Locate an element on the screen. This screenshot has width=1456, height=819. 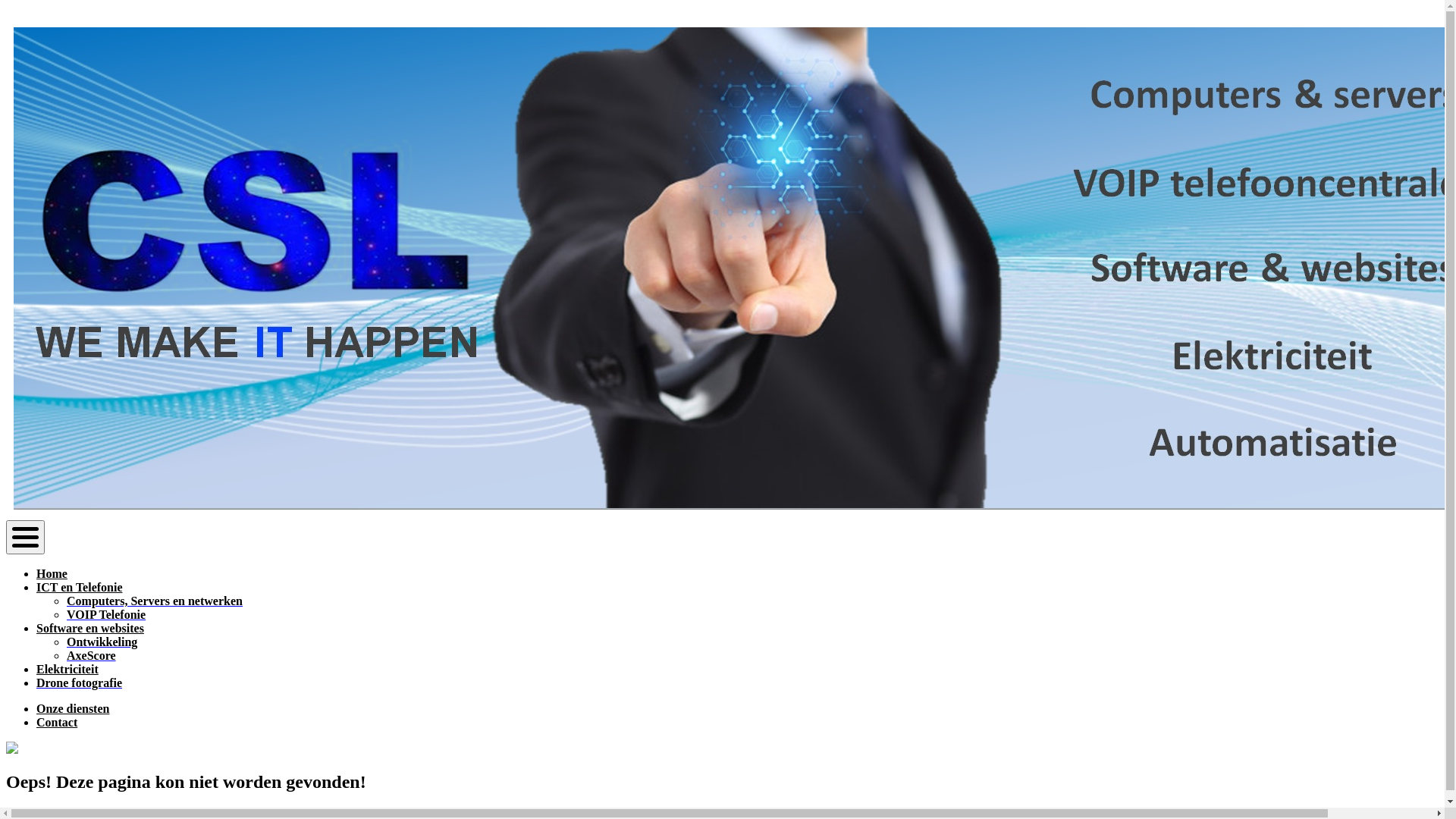
'Contact' is located at coordinates (57, 721).